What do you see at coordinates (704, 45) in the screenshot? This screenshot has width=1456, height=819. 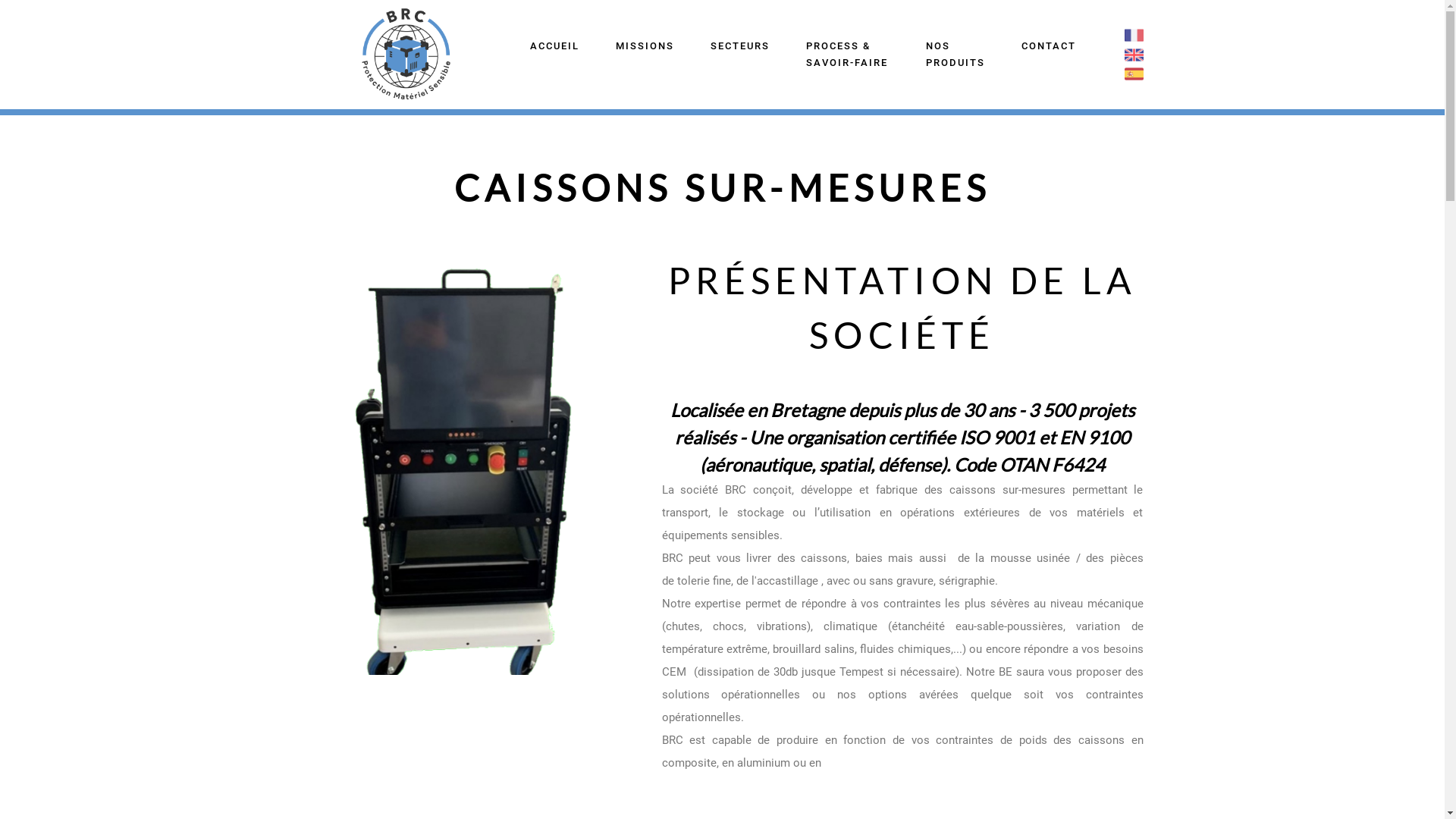 I see `'SECTEURS'` at bounding box center [704, 45].